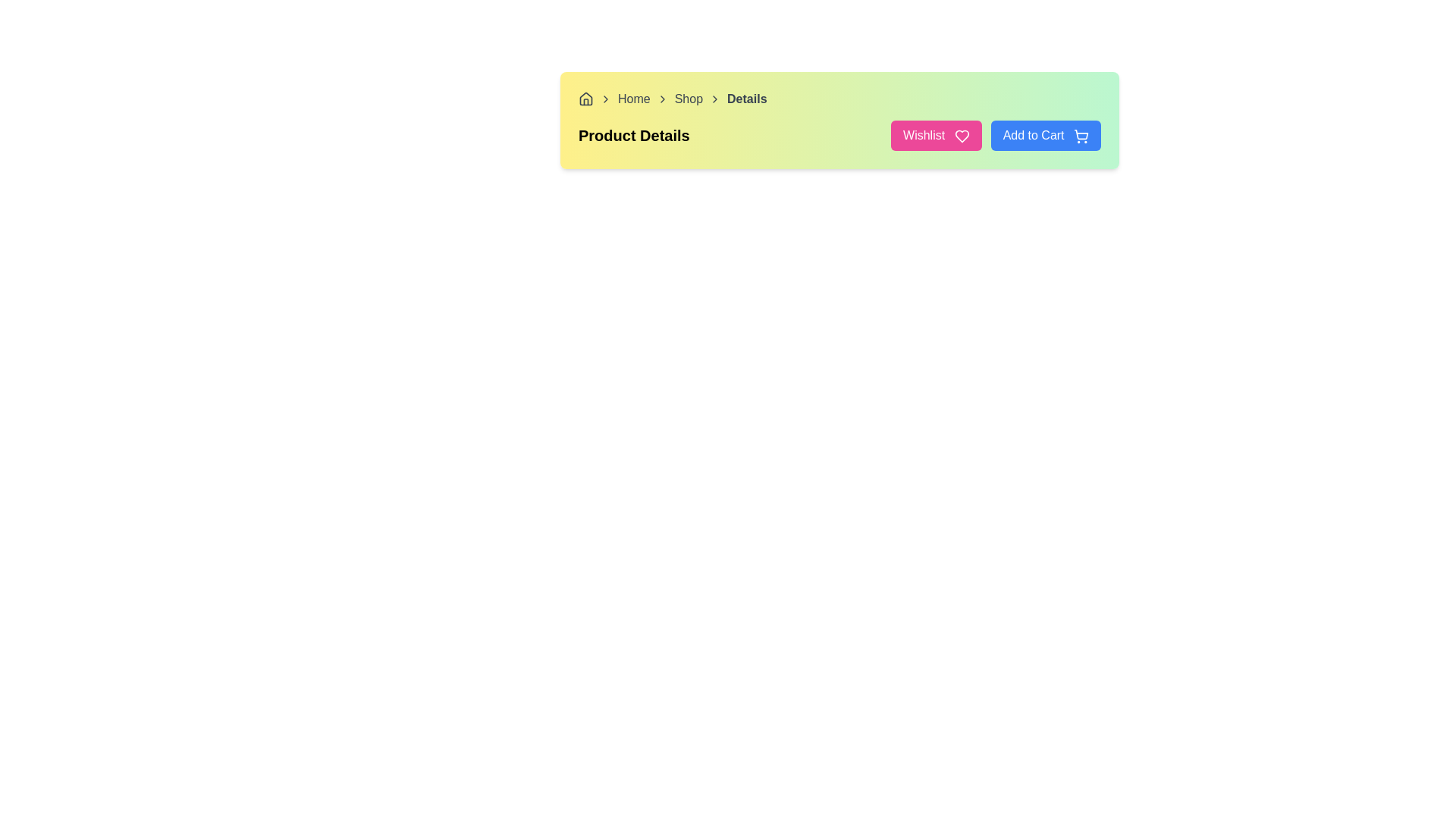 This screenshot has height=819, width=1456. I want to click on the cart icon styled with the 'lucide-shopping-cart' class by, so click(1080, 134).